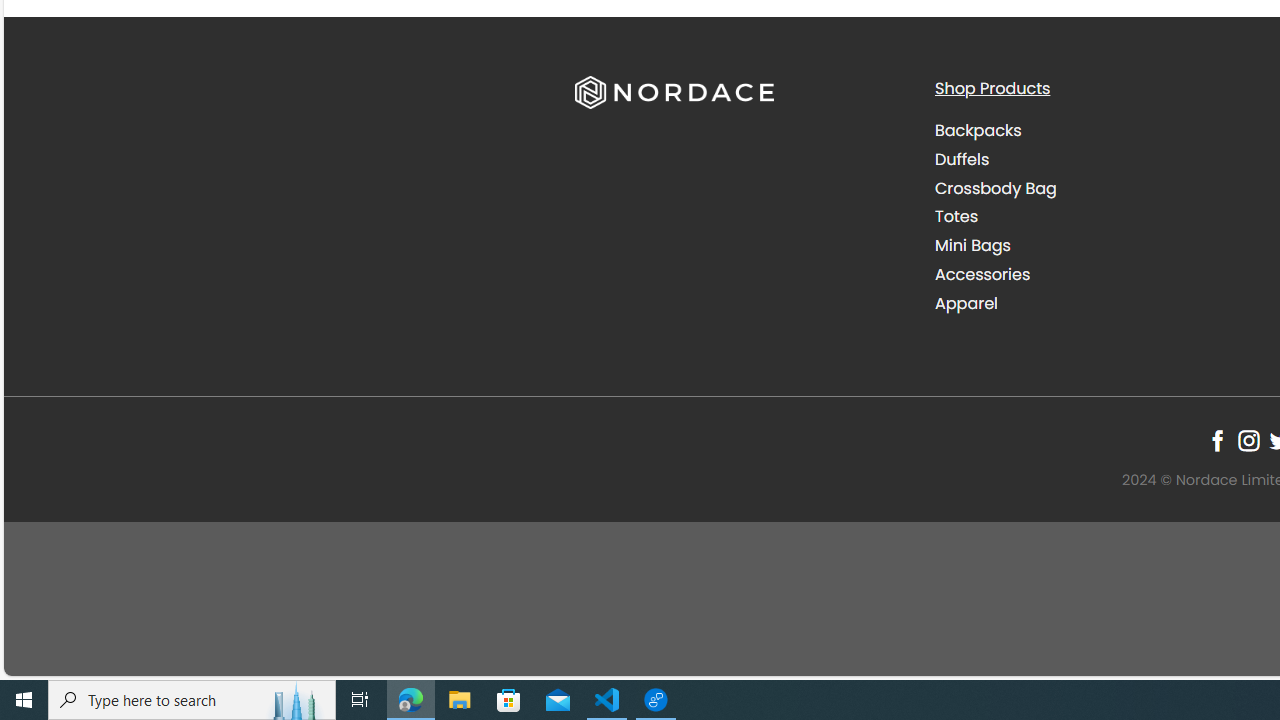 This screenshot has width=1280, height=720. What do you see at coordinates (1216, 440) in the screenshot?
I see `'Follow on Facebook'` at bounding box center [1216, 440].